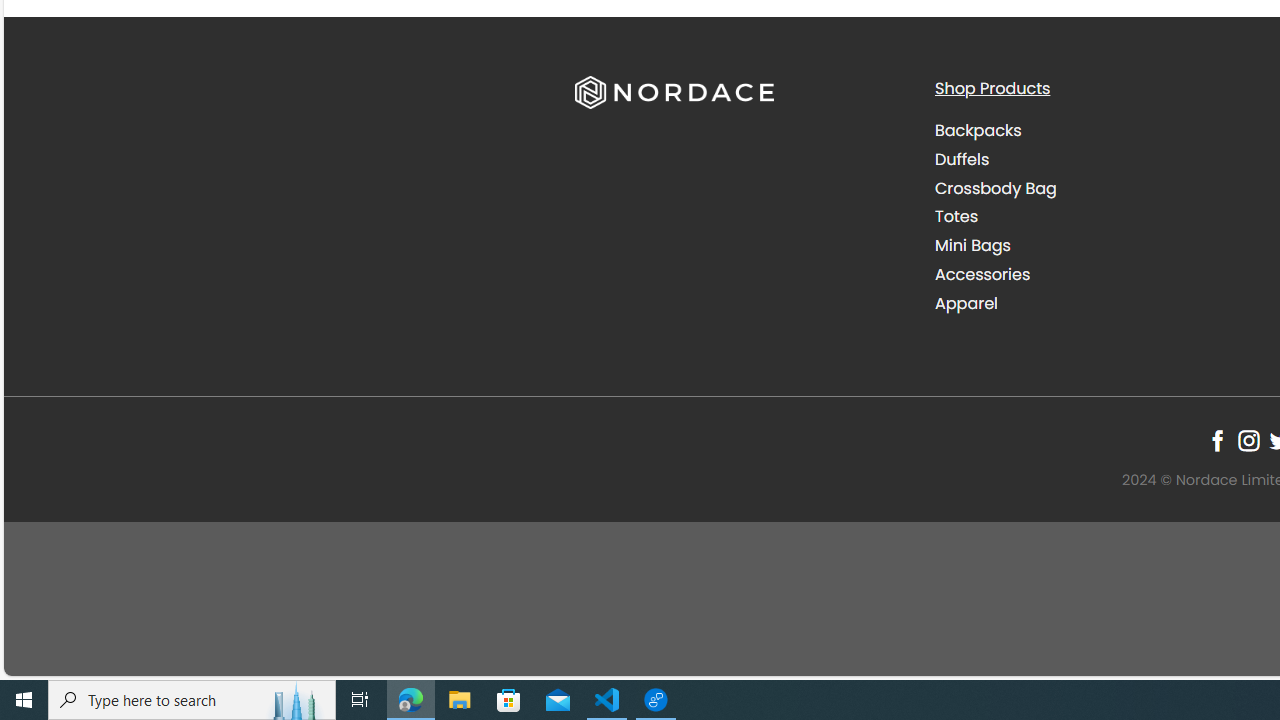 This screenshot has width=1280, height=720. What do you see at coordinates (1216, 440) in the screenshot?
I see `'Follow on Facebook'` at bounding box center [1216, 440].